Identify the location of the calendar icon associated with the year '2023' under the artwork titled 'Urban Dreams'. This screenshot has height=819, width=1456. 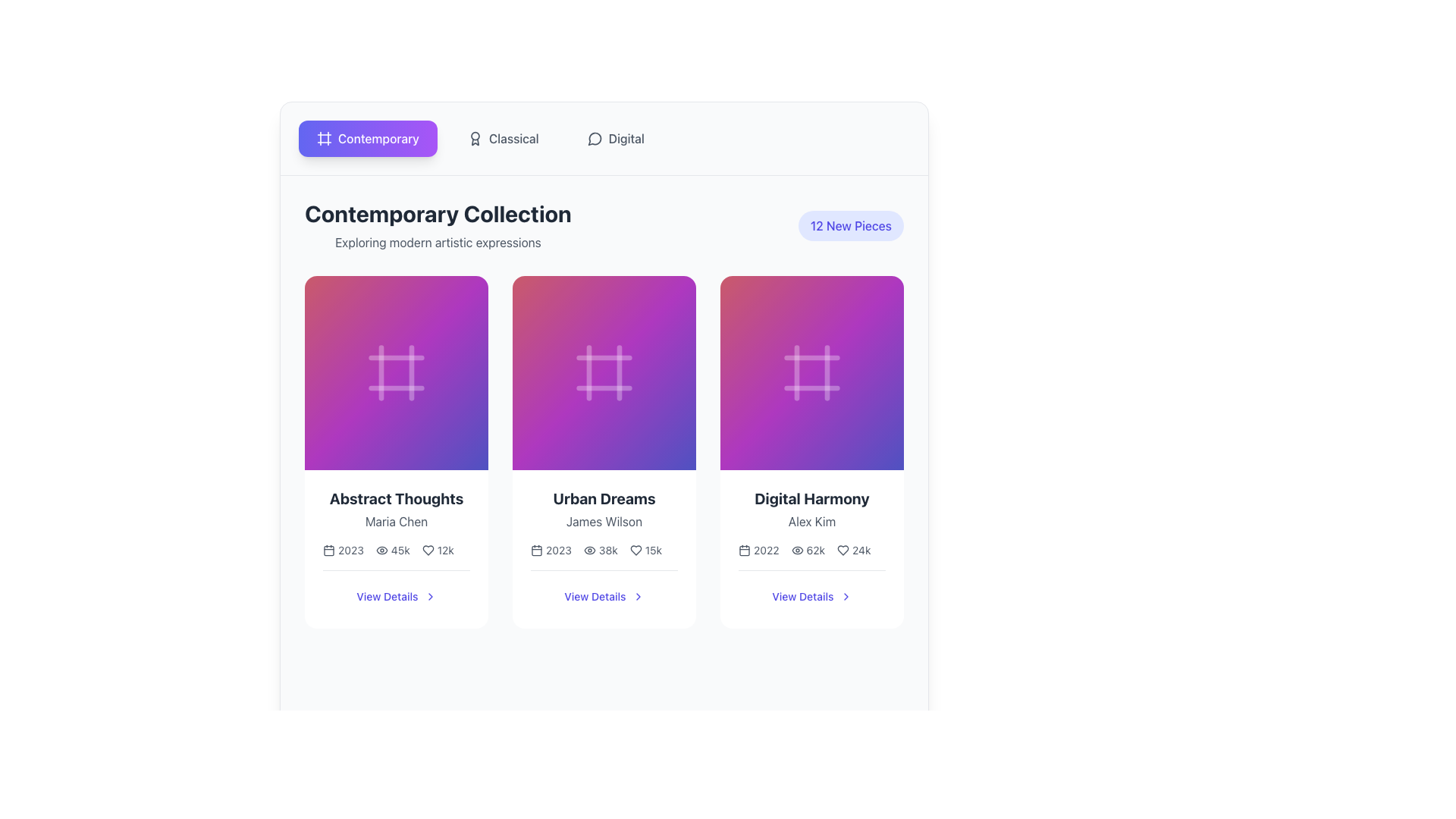
(537, 550).